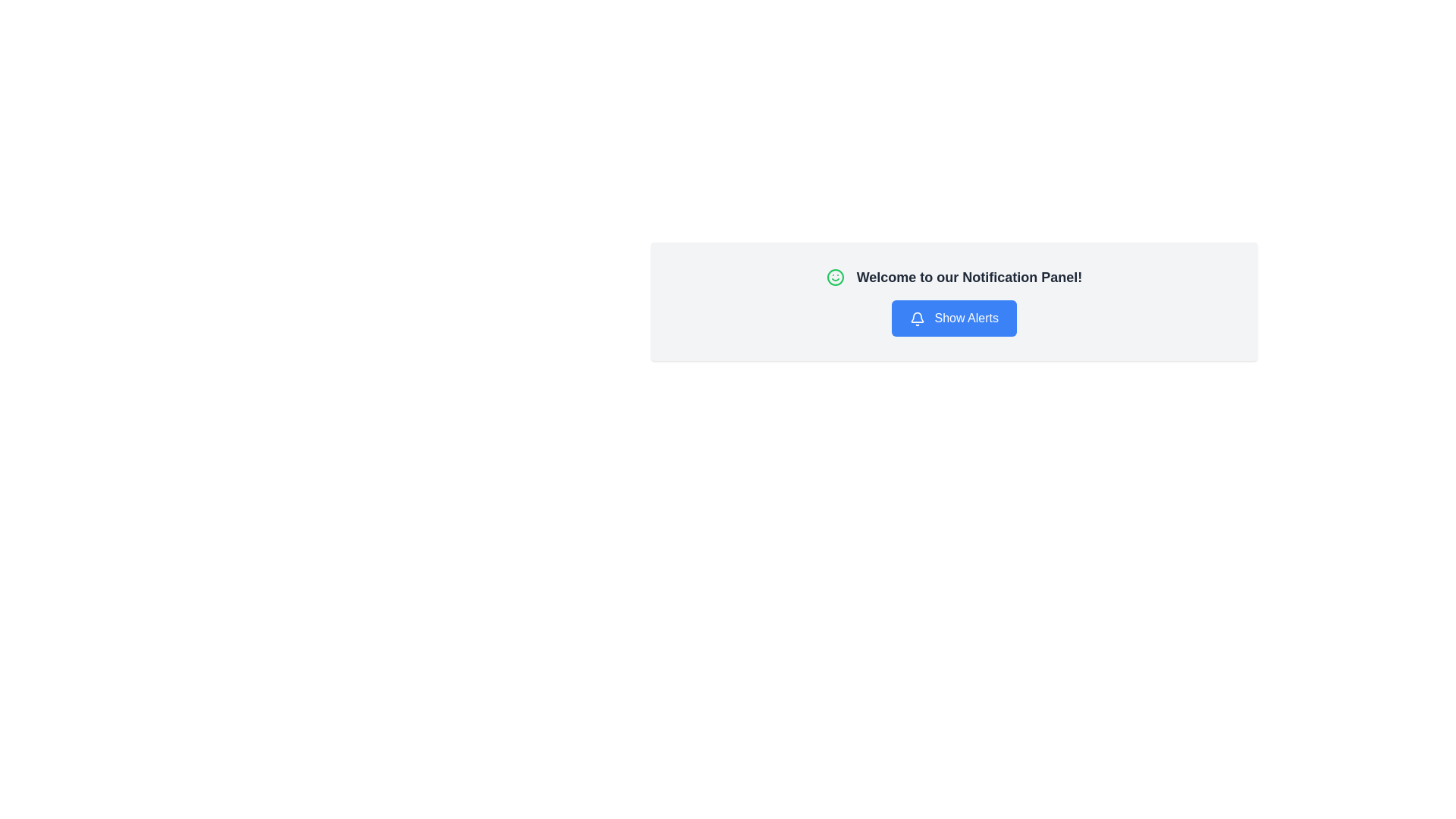  What do you see at coordinates (953, 278) in the screenshot?
I see `greeting message 'Welcome to our Notification Panel!' which is displayed in bold, large-font text with a green smiley icon preceding it` at bounding box center [953, 278].